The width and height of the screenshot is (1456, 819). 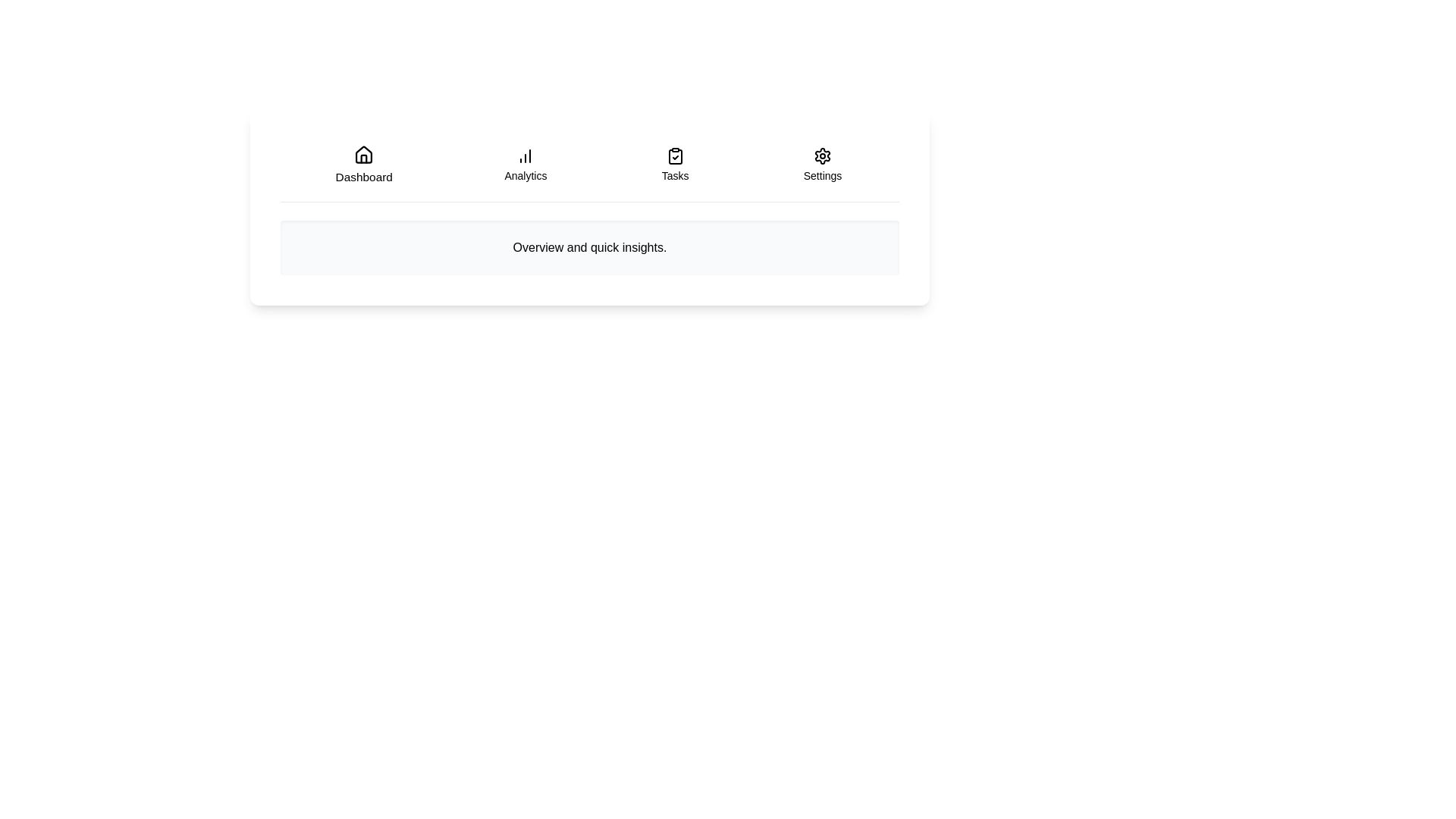 What do you see at coordinates (674, 157) in the screenshot?
I see `the clipboard icon, which is part of the navigation bar and located above the 'Tasks' label, by focusing on its central rectangular shape with rounded corners` at bounding box center [674, 157].